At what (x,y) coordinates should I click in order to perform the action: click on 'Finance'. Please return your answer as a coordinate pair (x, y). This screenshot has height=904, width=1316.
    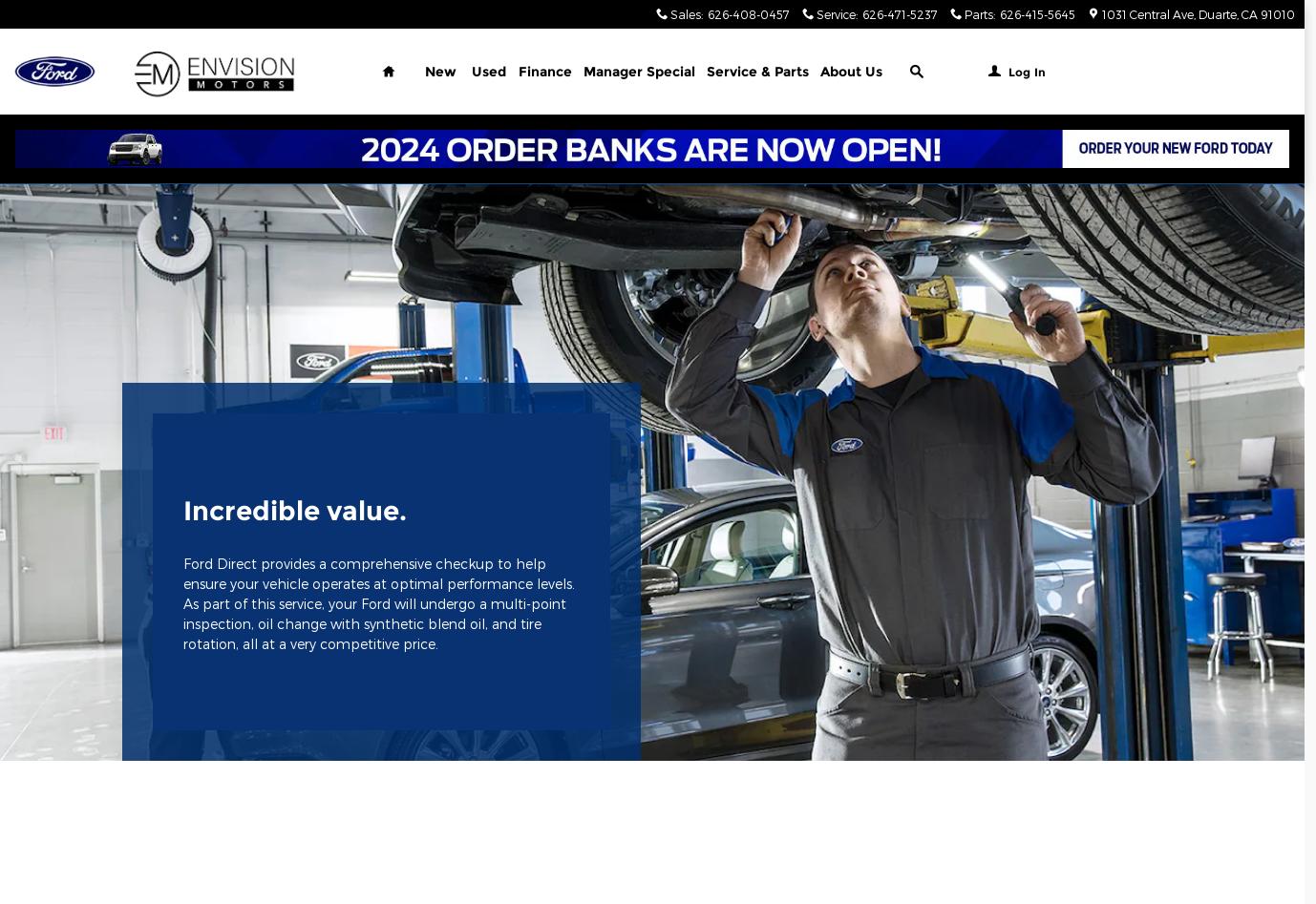
    Looking at the image, I should click on (542, 72).